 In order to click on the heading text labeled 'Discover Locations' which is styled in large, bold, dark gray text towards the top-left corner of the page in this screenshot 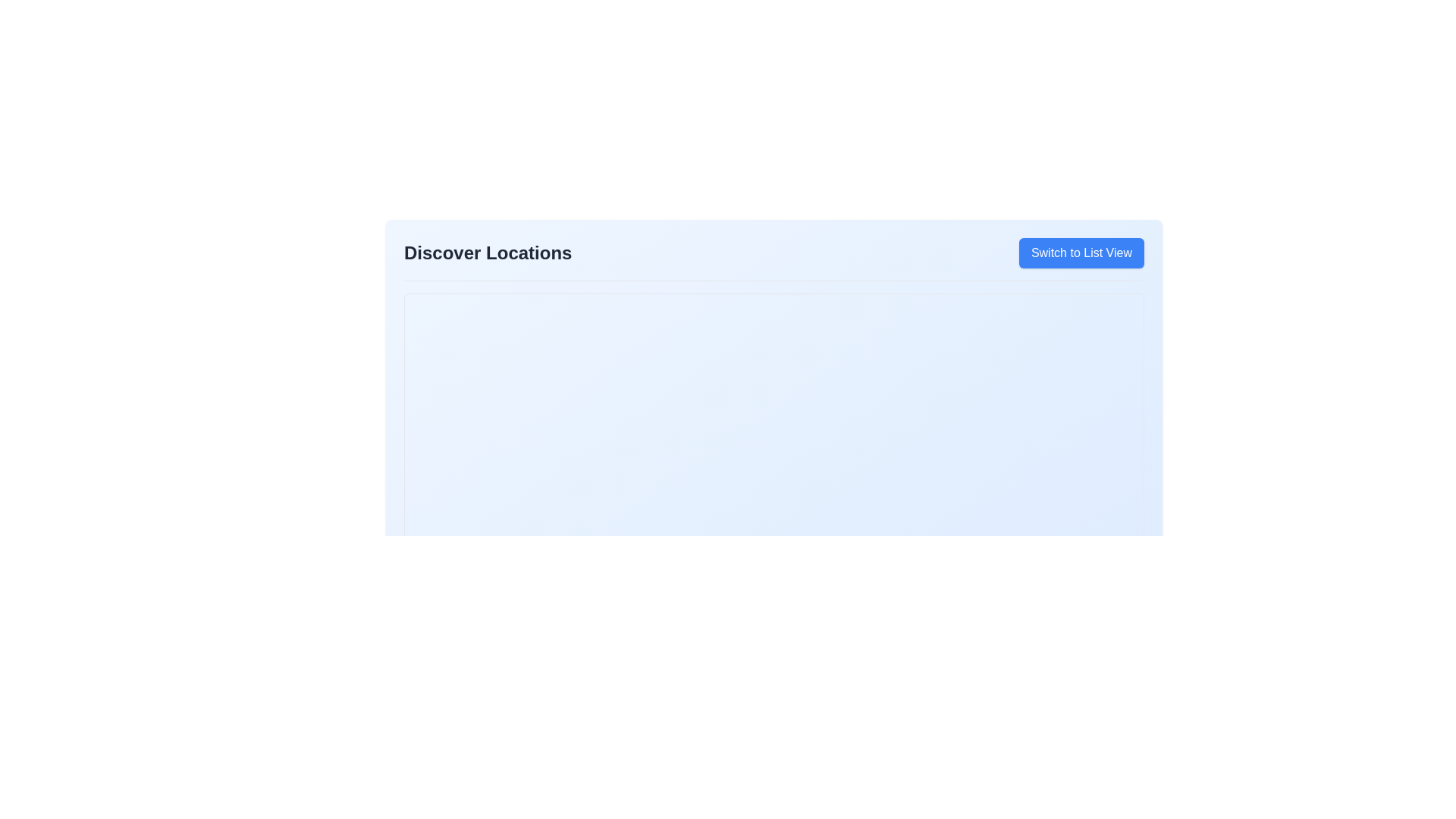, I will do `click(488, 253)`.